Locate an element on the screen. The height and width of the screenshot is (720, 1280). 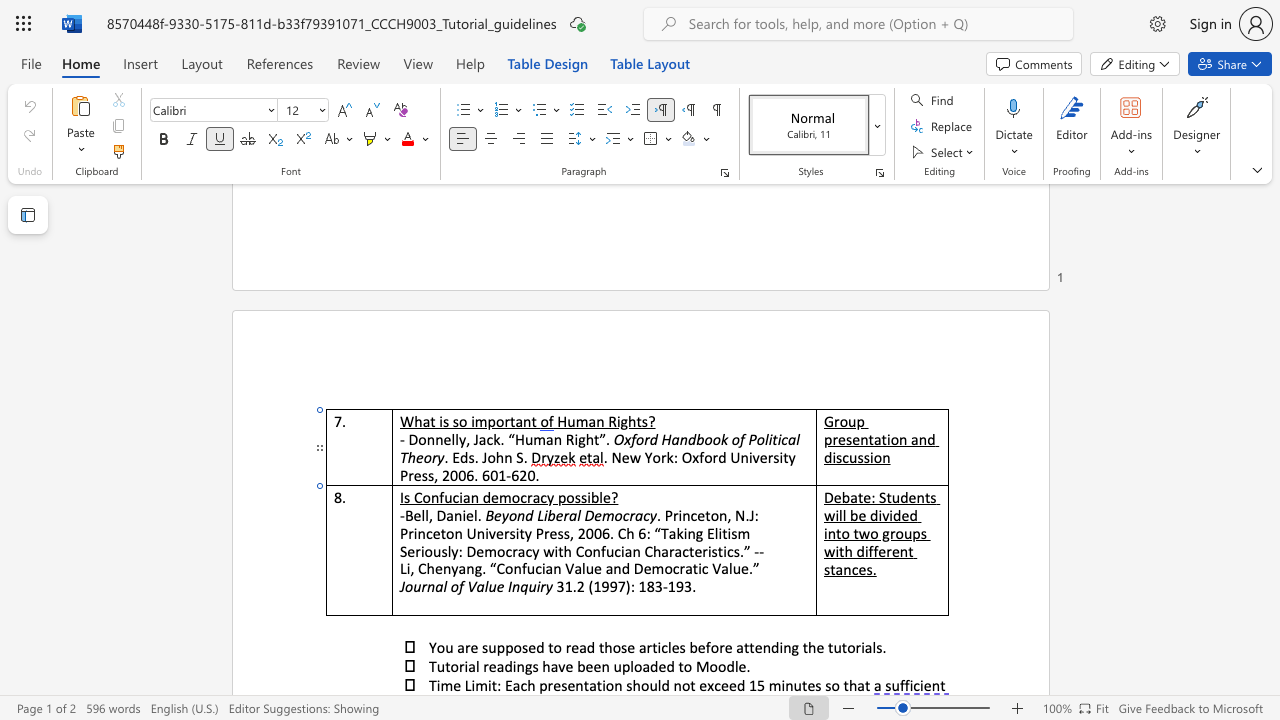
the 2th character "n" in the text is located at coordinates (473, 496).